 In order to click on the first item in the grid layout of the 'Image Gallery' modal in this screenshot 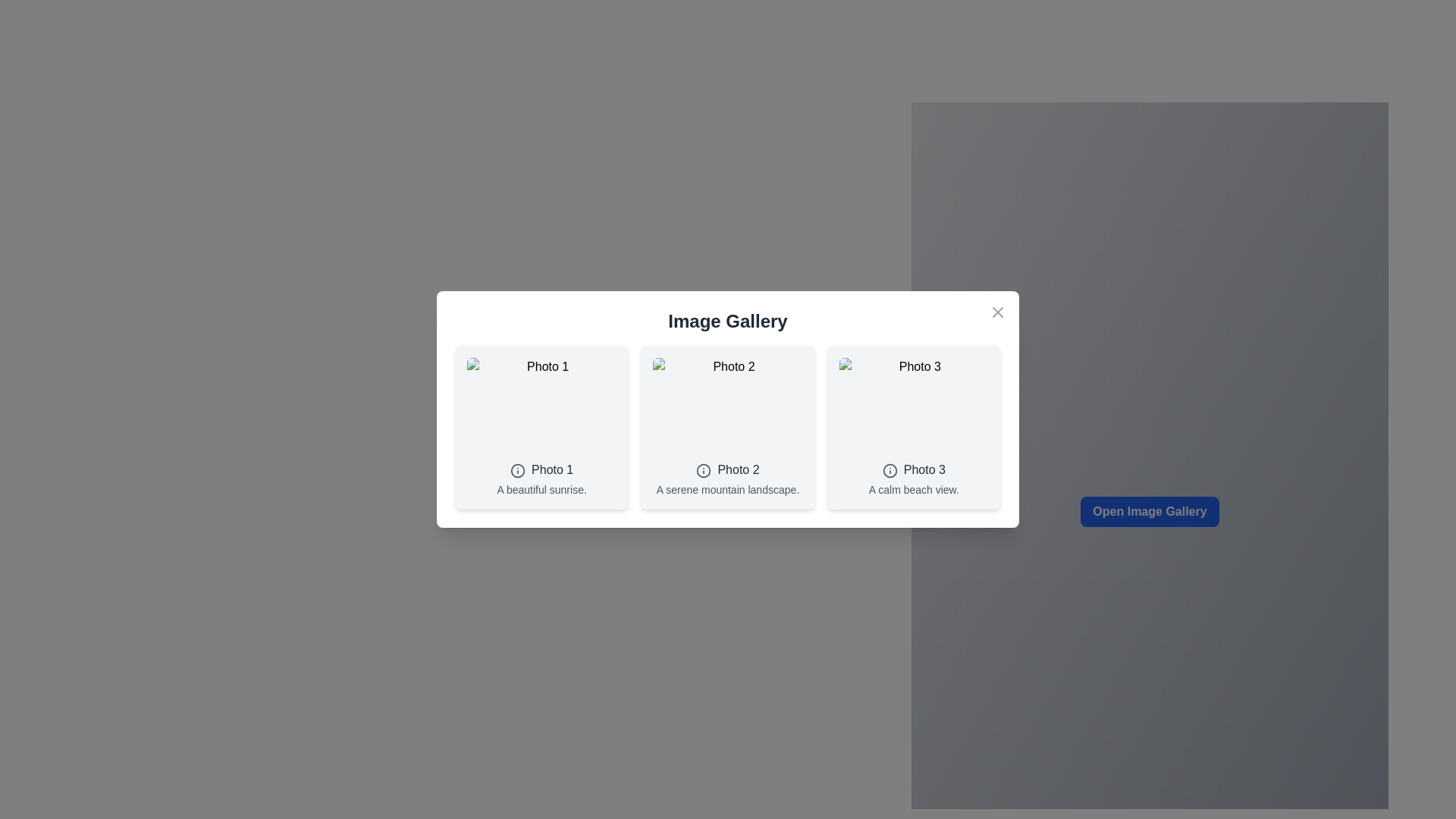, I will do `click(728, 427)`.